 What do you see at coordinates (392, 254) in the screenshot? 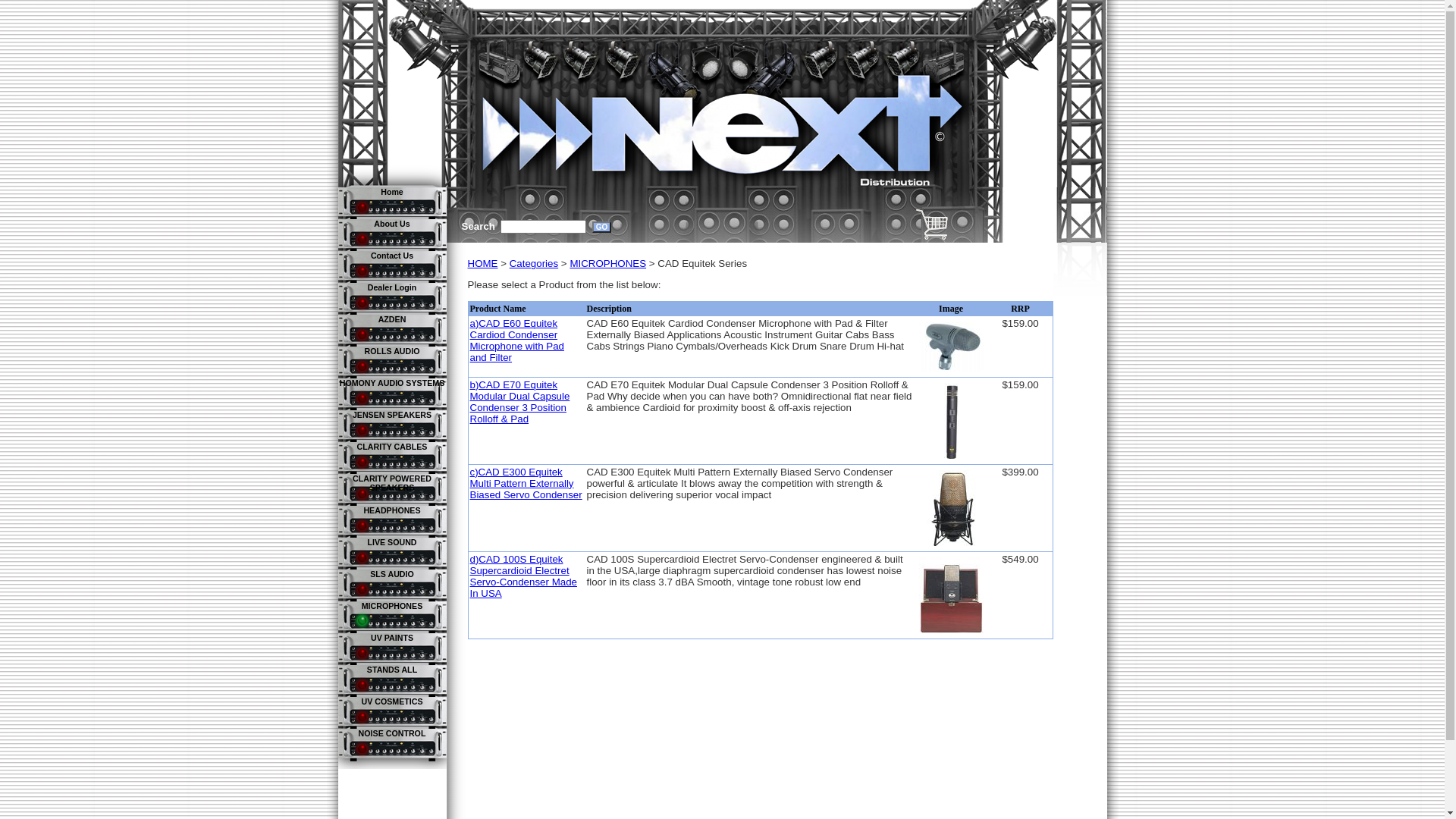
I see `'Contact Us'` at bounding box center [392, 254].